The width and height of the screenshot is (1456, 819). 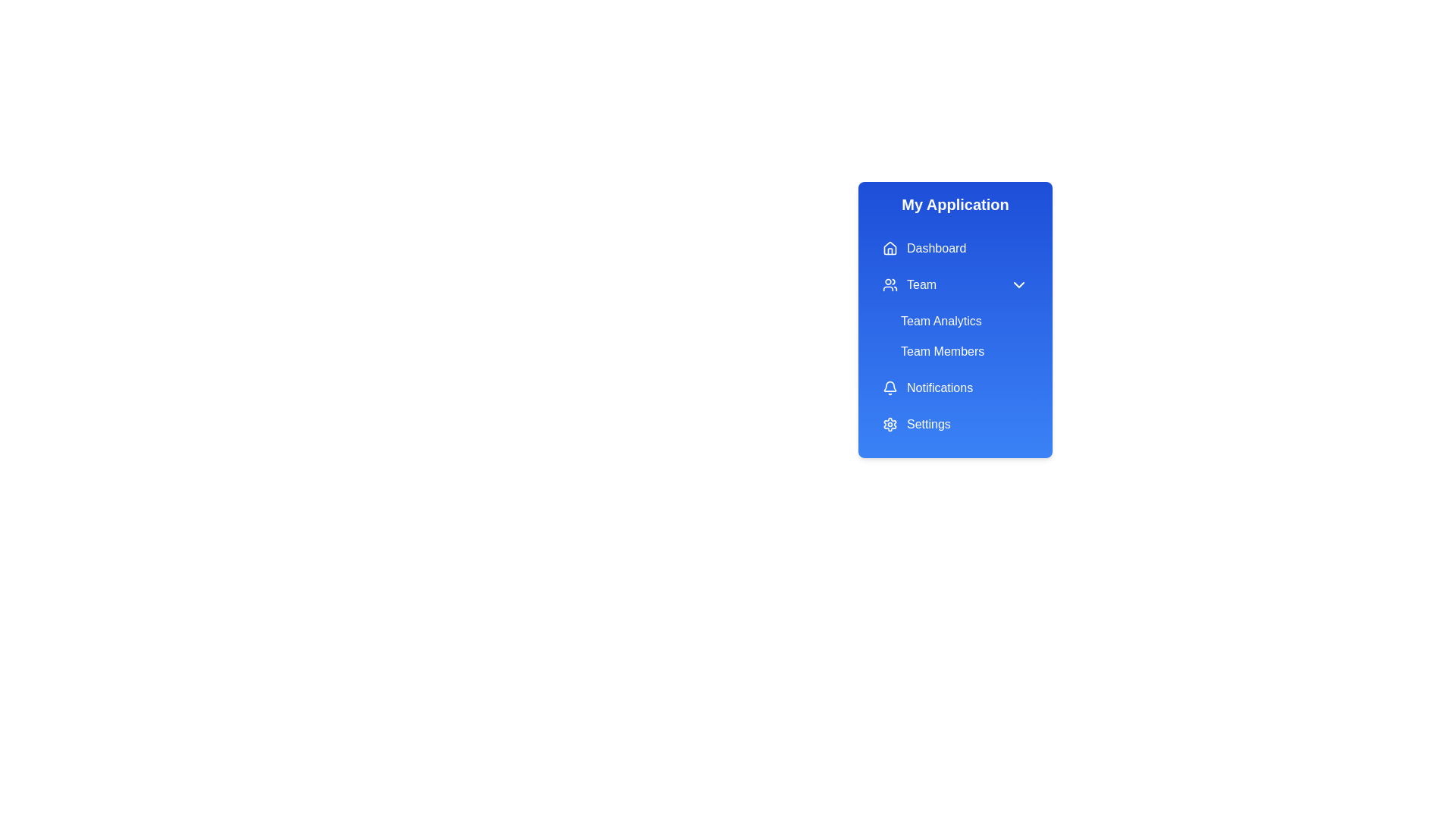 I want to click on the settings icon located in the navigation menu under 'My Application', so click(x=890, y=424).